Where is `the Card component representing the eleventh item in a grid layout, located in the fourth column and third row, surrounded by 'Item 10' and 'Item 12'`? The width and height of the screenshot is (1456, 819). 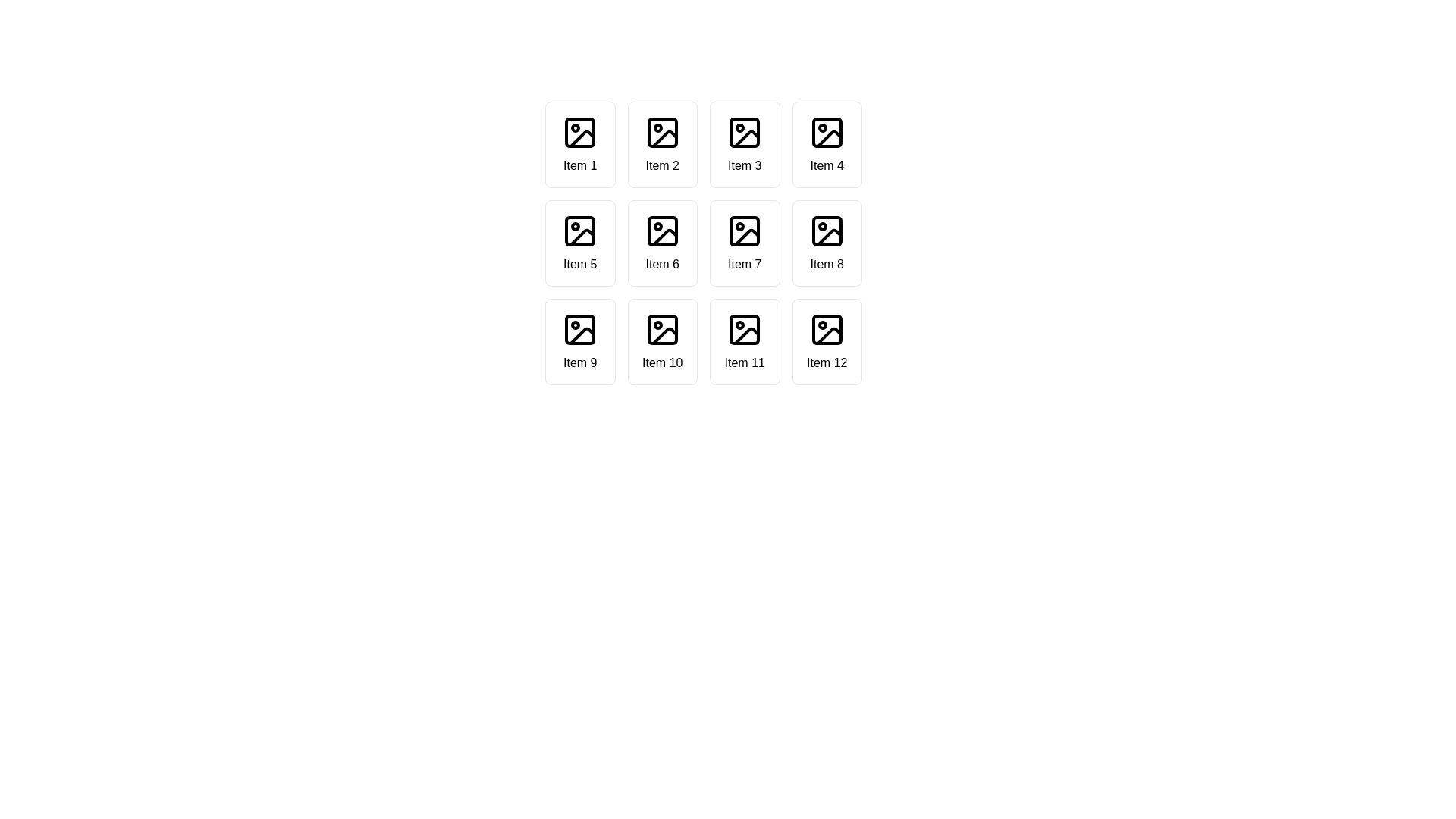
the Card component representing the eleventh item in a grid layout, located in the fourth column and third row, surrounded by 'Item 10' and 'Item 12' is located at coordinates (745, 342).